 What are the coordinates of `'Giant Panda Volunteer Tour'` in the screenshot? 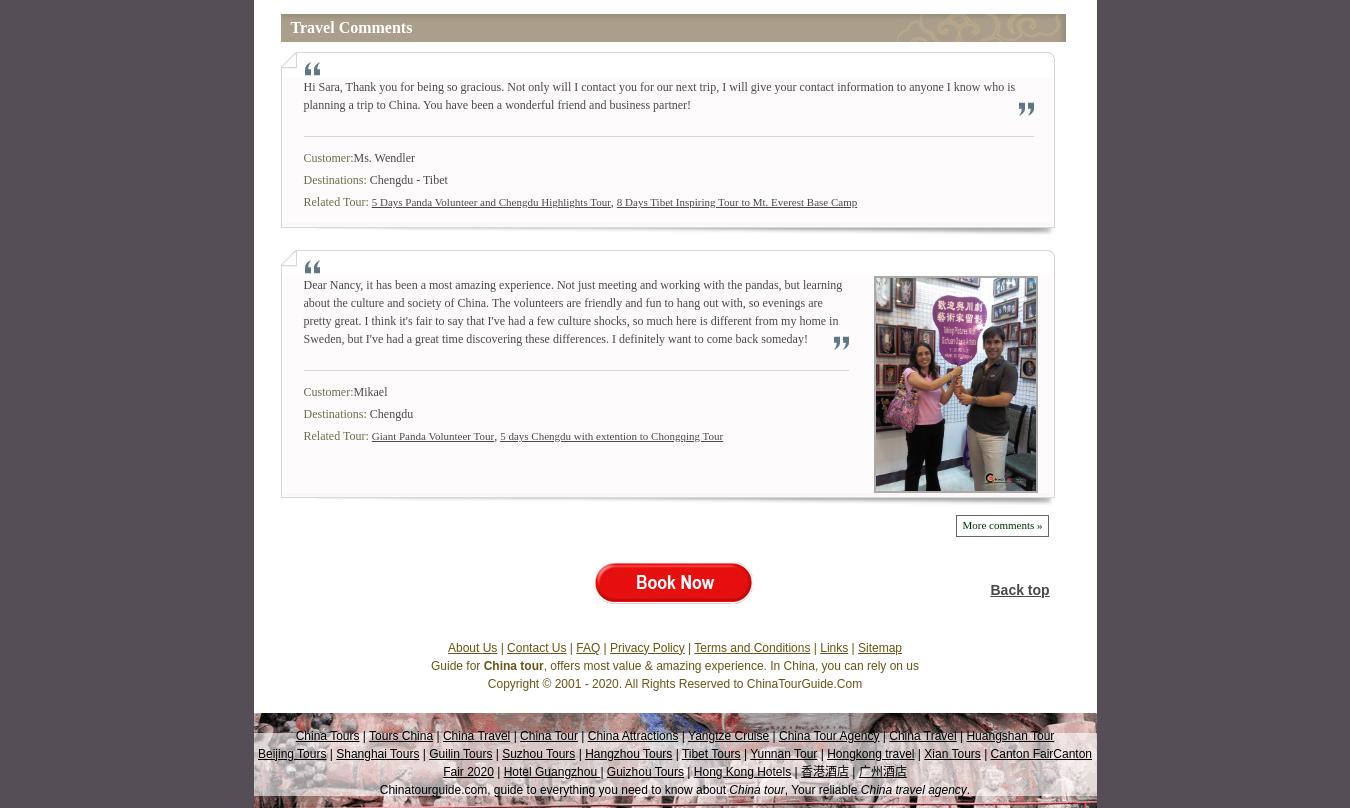 It's located at (432, 435).